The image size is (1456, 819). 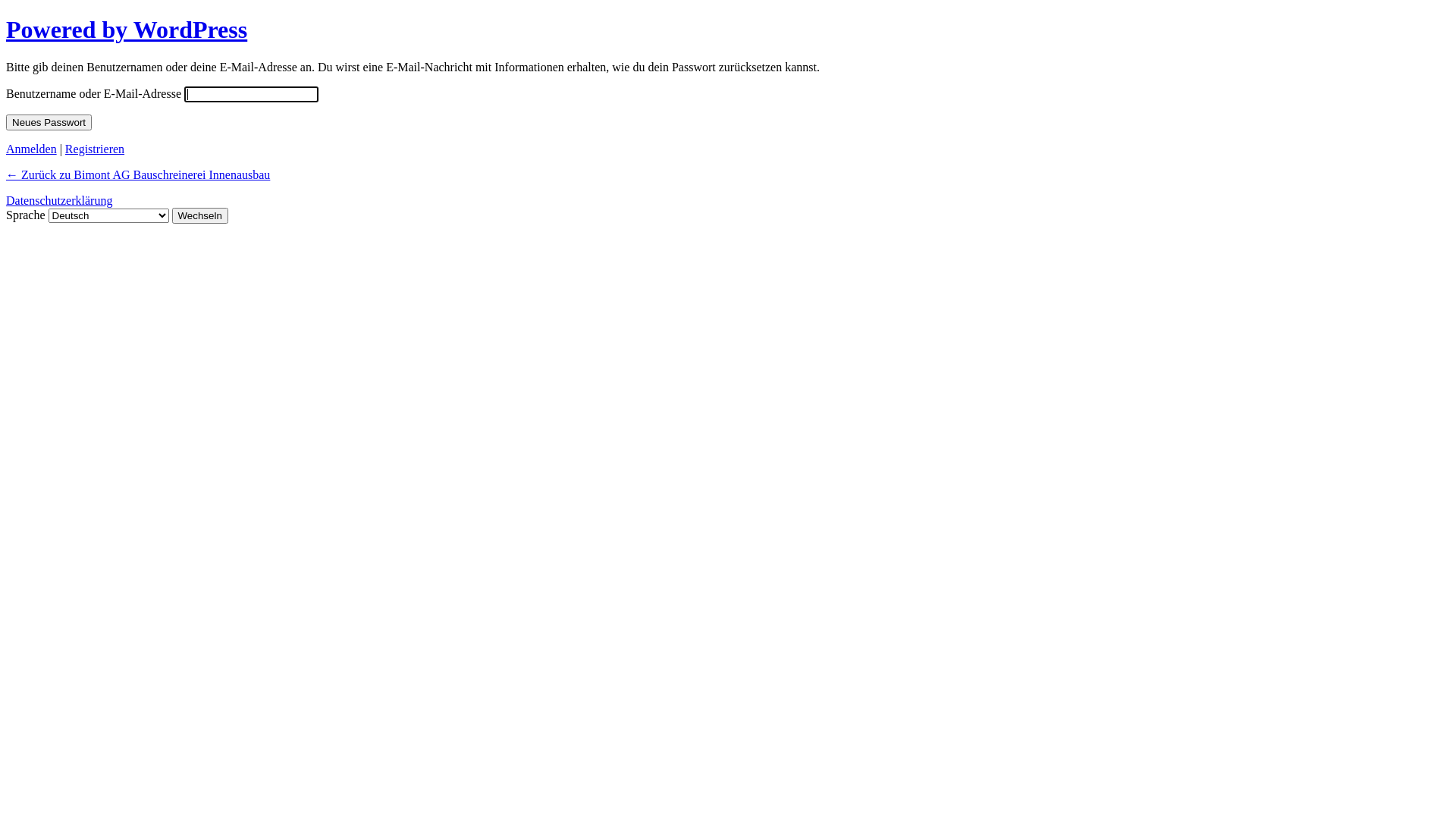 I want to click on 'Registrieren', so click(x=93, y=149).